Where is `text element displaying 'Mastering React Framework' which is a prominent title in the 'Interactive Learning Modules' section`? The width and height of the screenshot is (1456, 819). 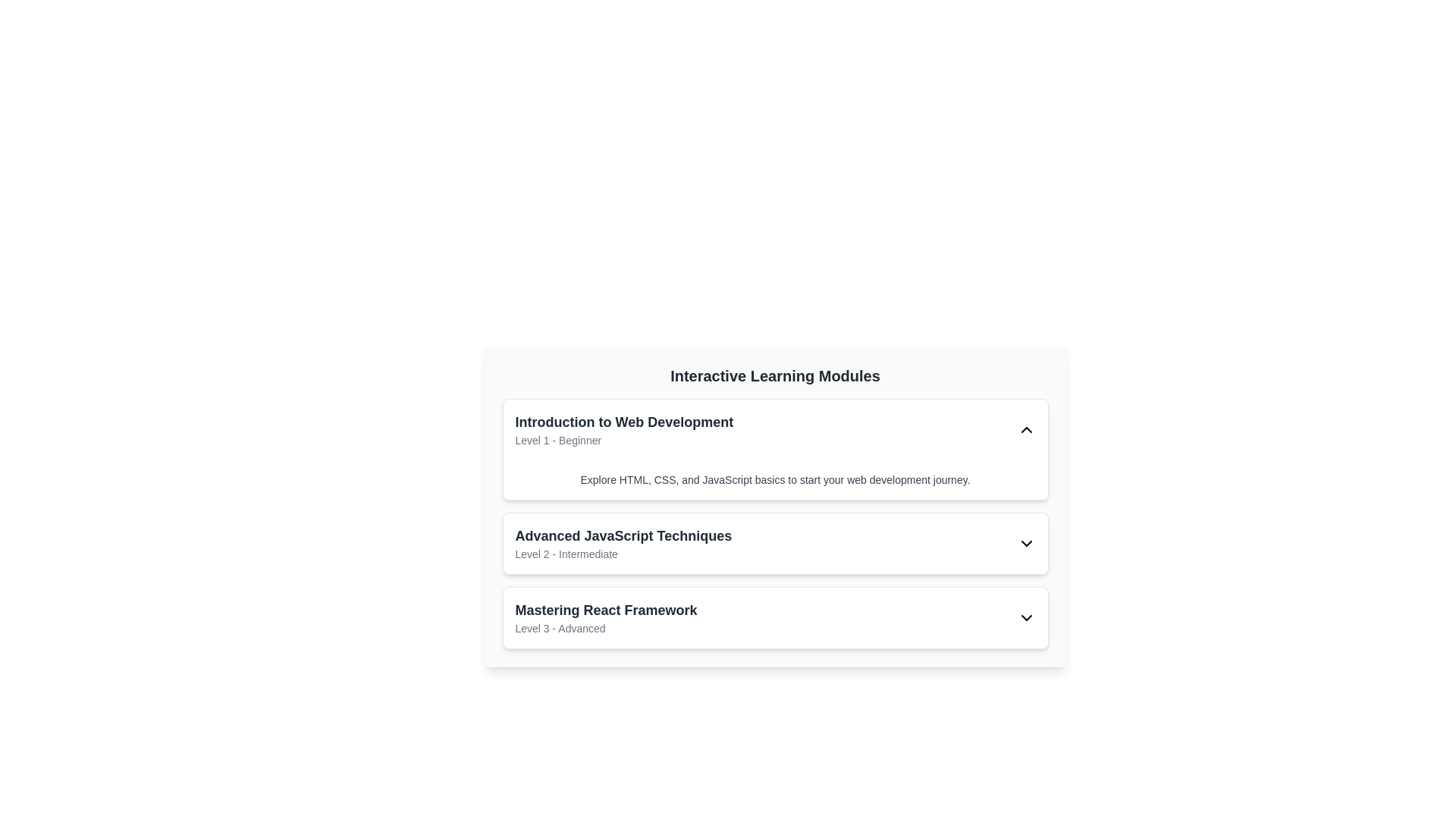
text element displaying 'Mastering React Framework' which is a prominent title in the 'Interactive Learning Modules' section is located at coordinates (605, 610).